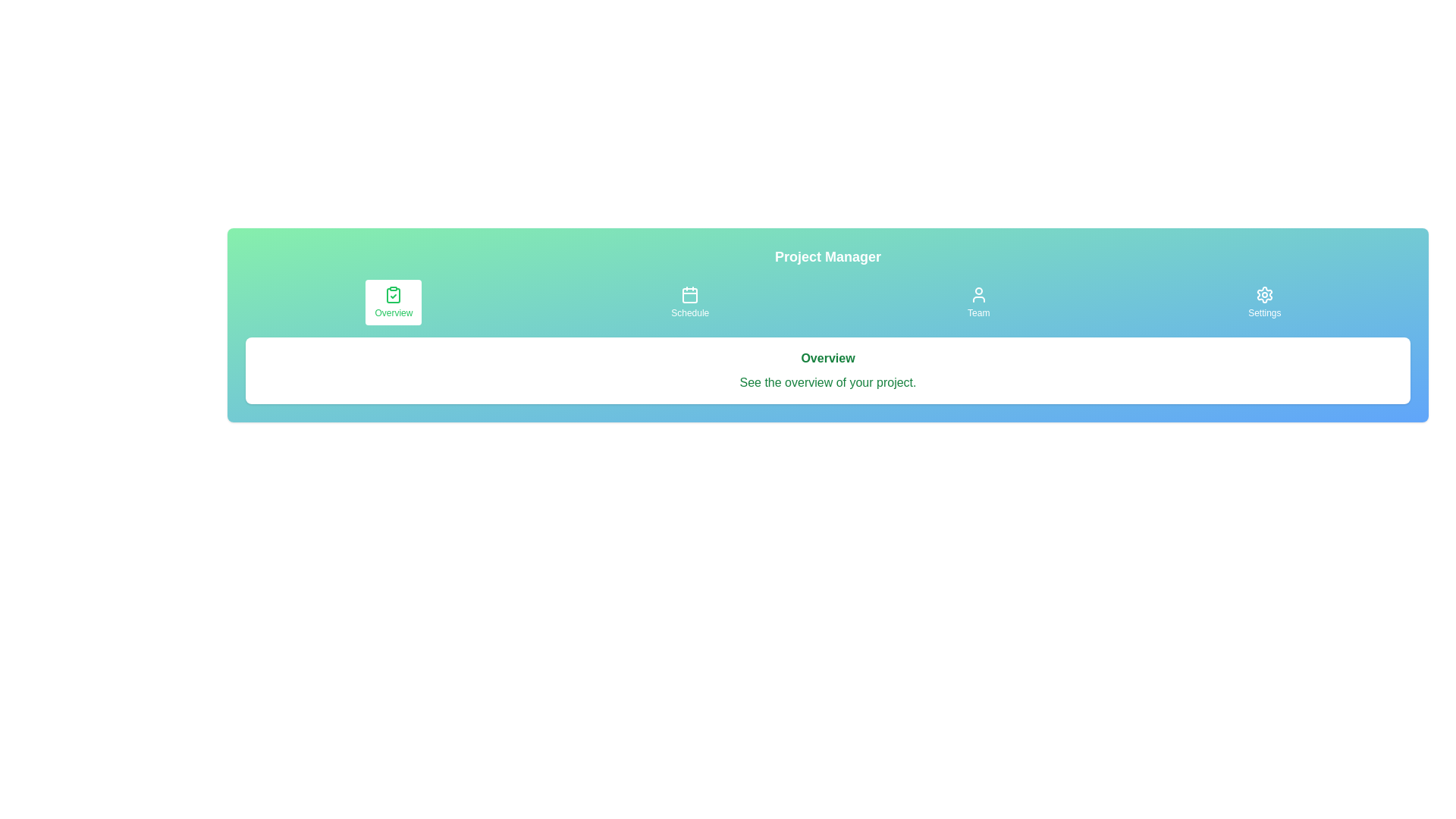 The image size is (1456, 819). Describe the element at coordinates (1264, 295) in the screenshot. I see `the 'Settings' icon located in the top-right corner of the interface` at that location.